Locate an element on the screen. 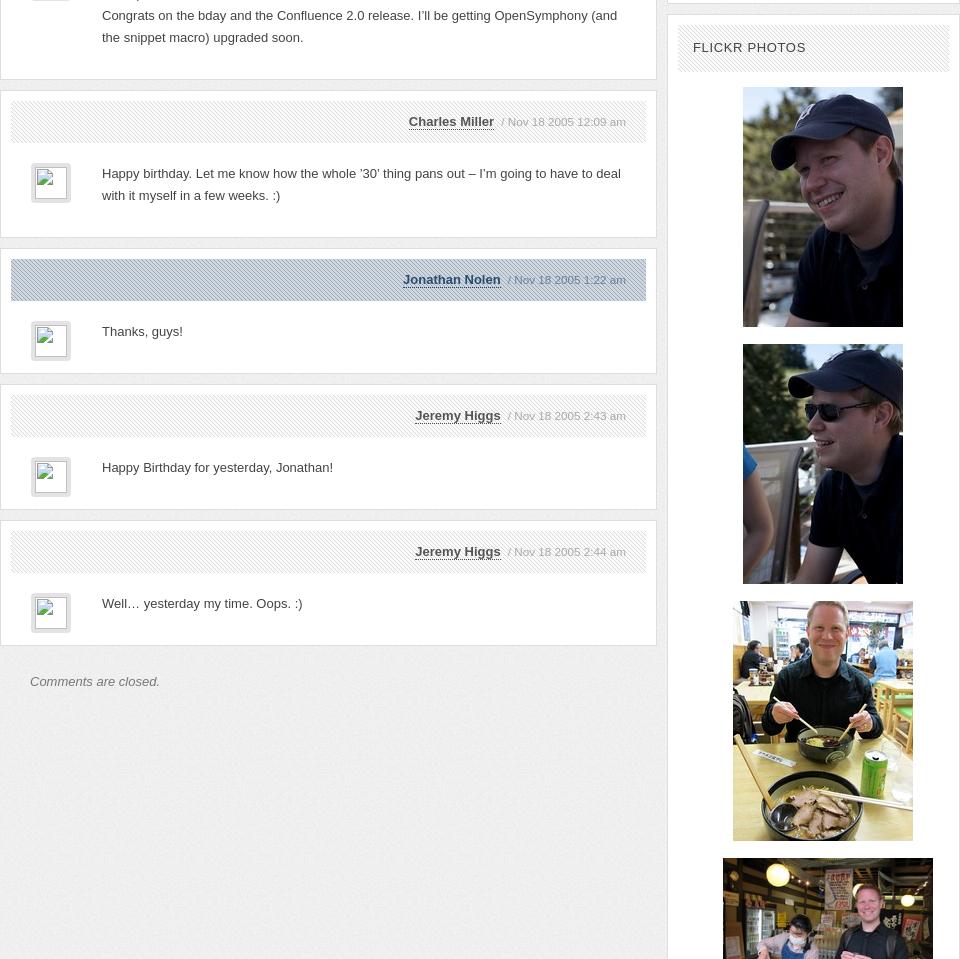  'Charles Miller' is located at coordinates (407, 121).